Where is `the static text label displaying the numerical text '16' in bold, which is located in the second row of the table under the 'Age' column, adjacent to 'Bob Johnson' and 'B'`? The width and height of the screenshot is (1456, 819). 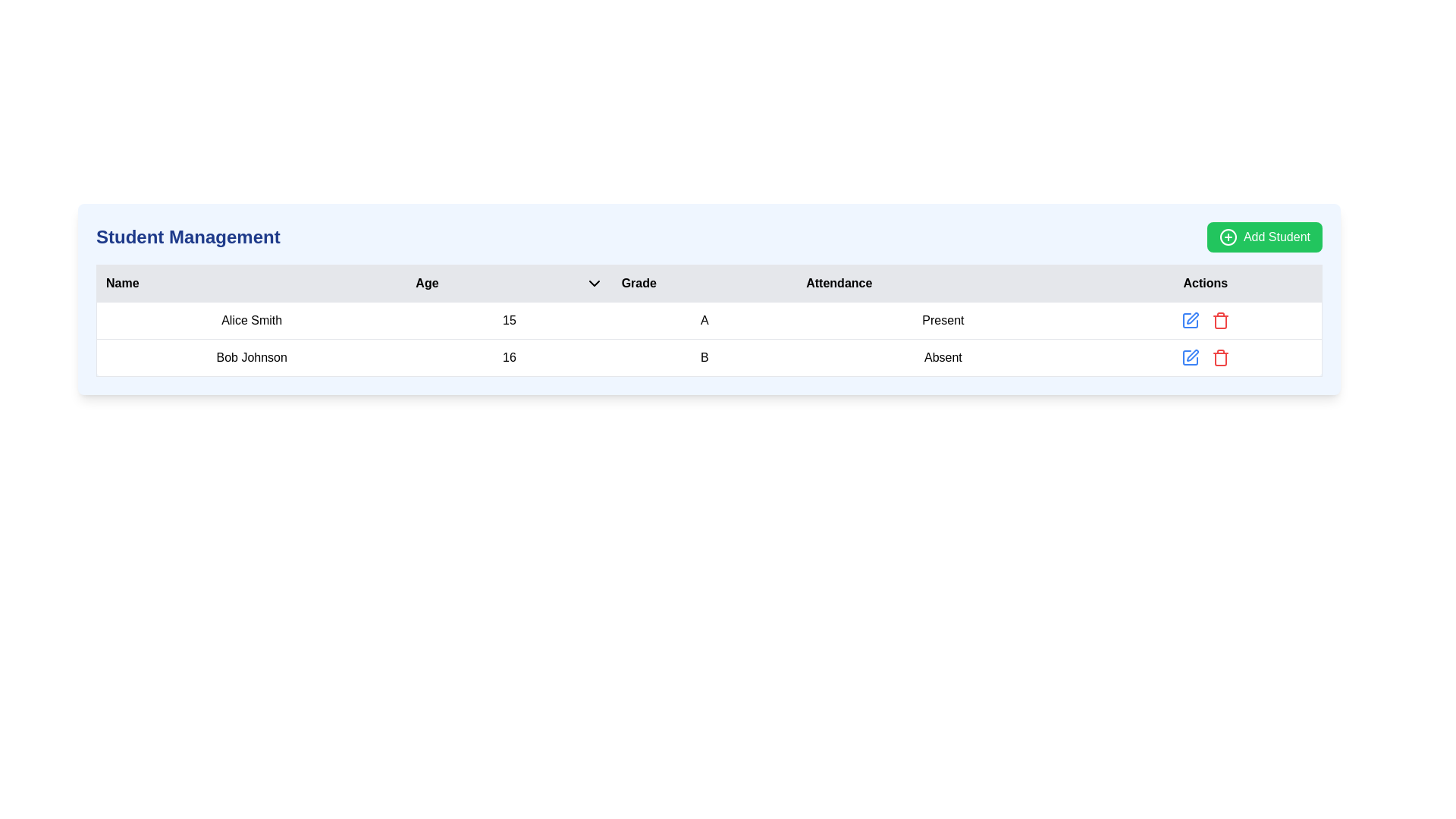 the static text label displaying the numerical text '16' in bold, which is located in the second row of the table under the 'Age' column, adjacent to 'Bob Johnson' and 'B' is located at coordinates (510, 357).